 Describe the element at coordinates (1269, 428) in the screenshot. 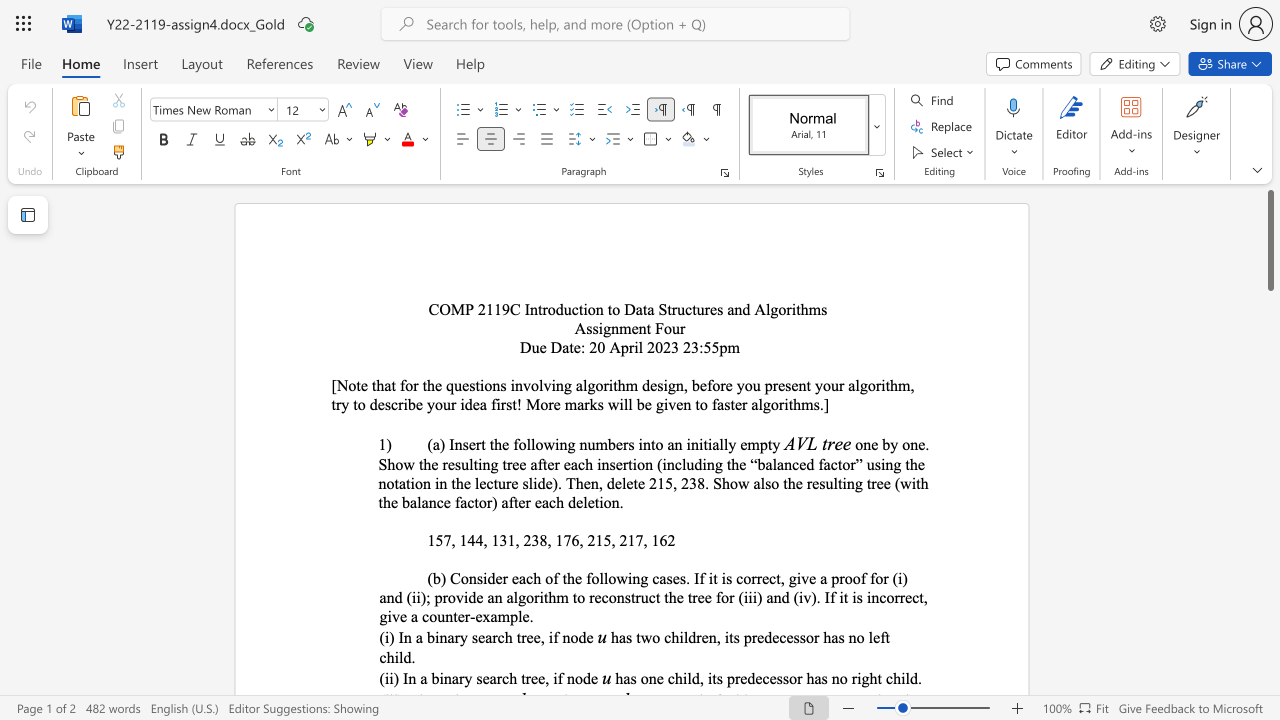

I see `the scrollbar to scroll downward` at that location.